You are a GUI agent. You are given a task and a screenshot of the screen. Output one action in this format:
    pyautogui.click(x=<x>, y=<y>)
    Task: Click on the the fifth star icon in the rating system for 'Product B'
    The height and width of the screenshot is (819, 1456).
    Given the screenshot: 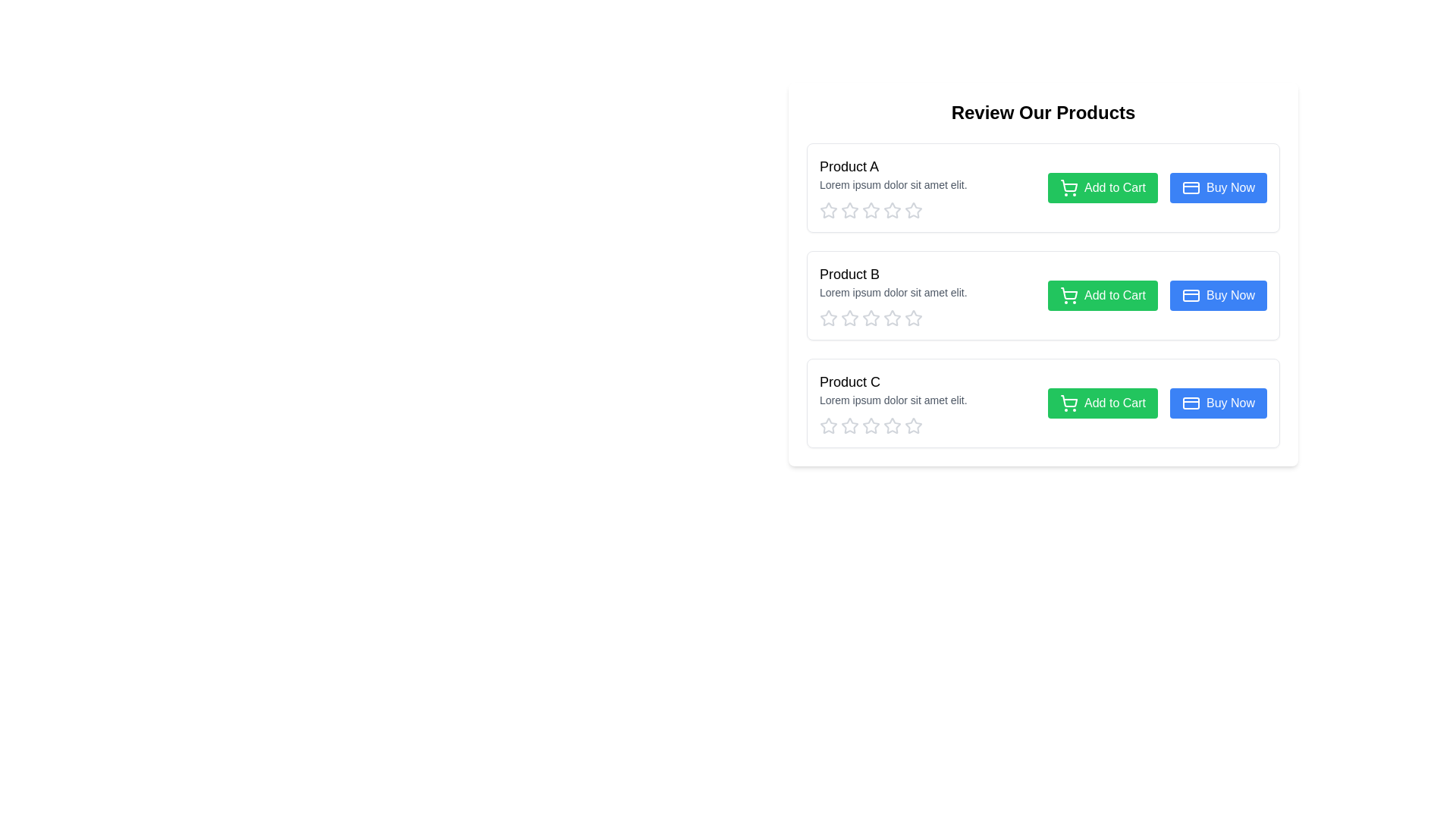 What is the action you would take?
    pyautogui.click(x=912, y=318)
    